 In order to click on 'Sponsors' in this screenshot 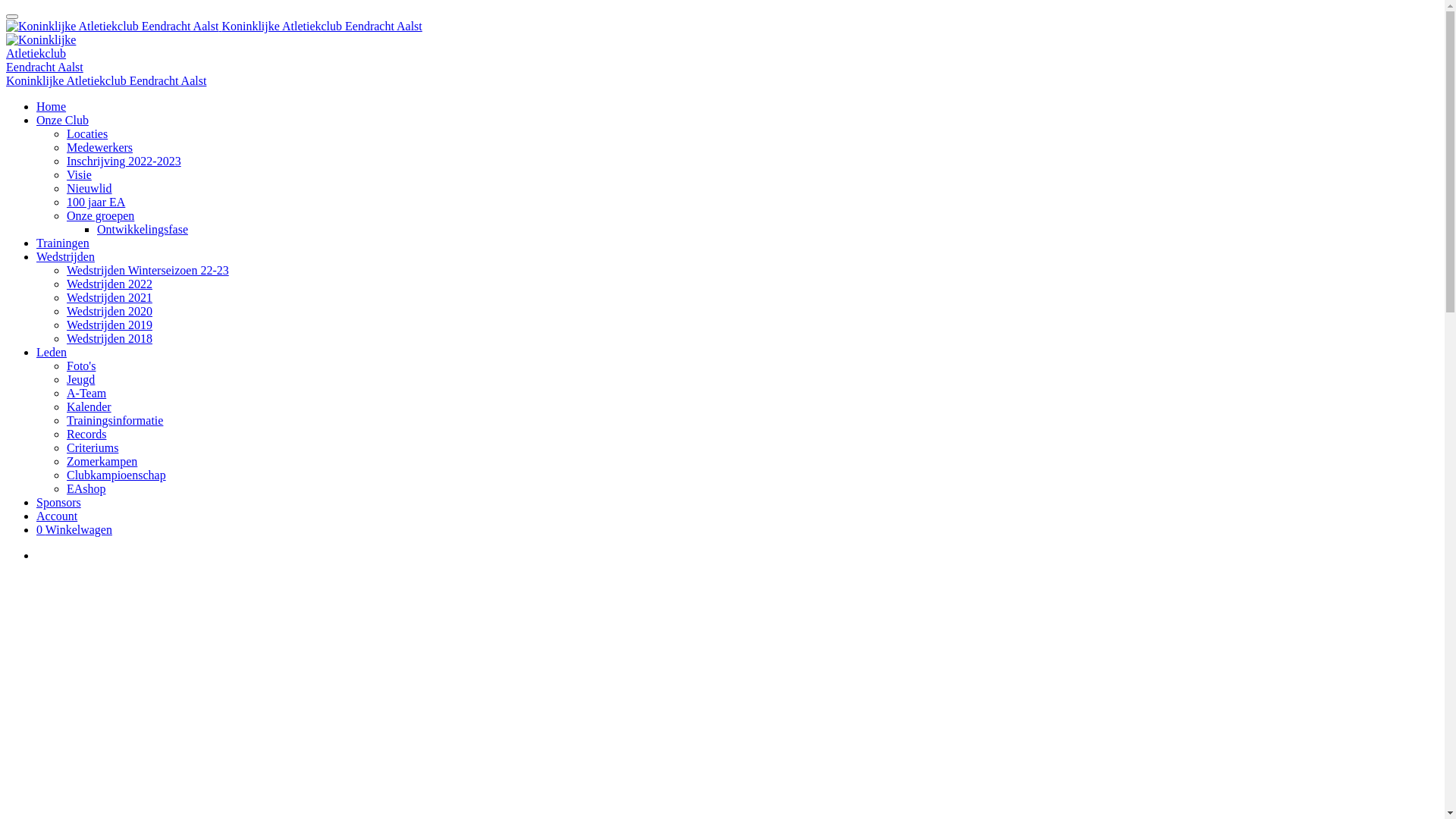, I will do `click(58, 502)`.